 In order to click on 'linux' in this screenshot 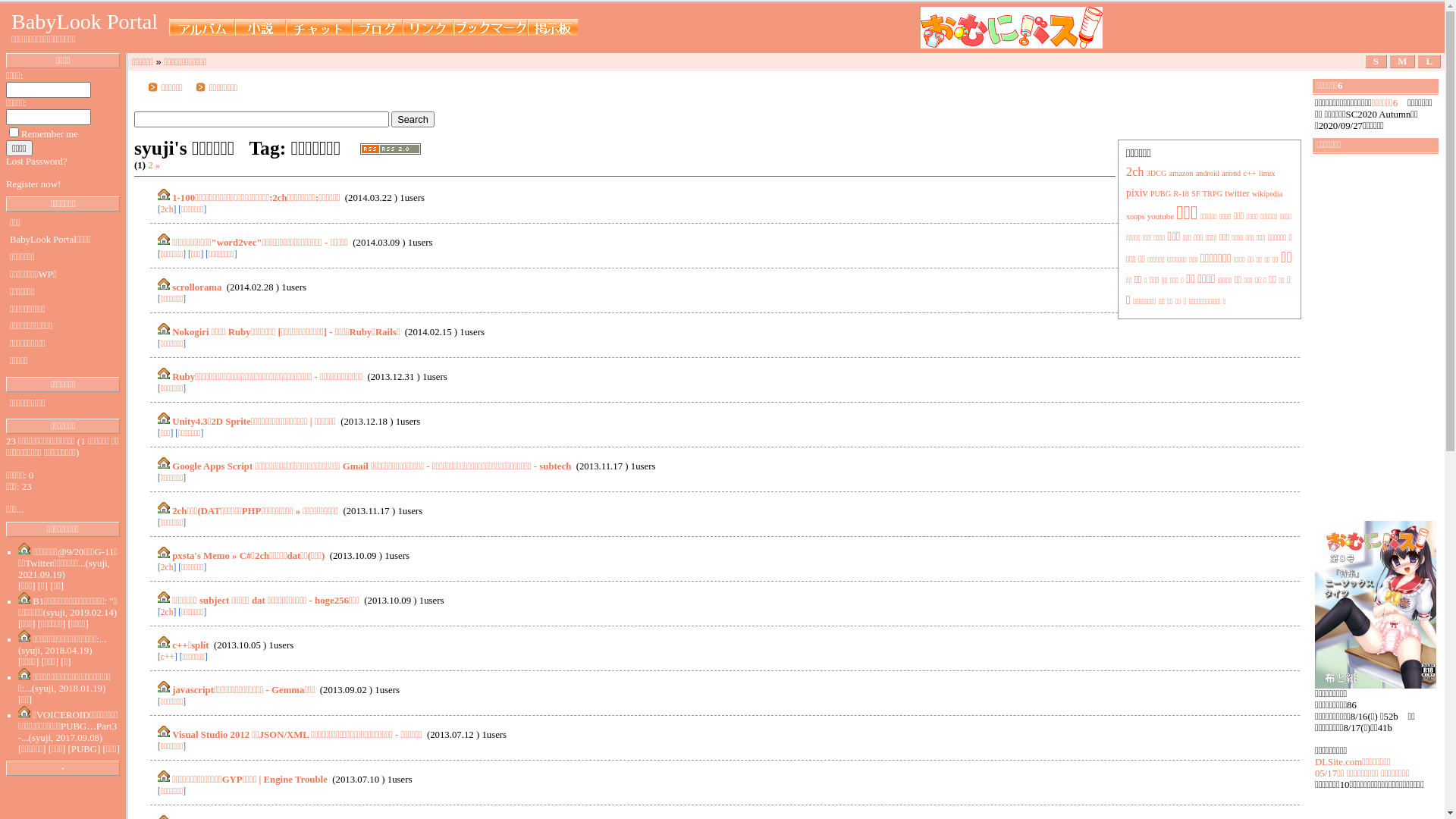, I will do `click(1266, 172)`.